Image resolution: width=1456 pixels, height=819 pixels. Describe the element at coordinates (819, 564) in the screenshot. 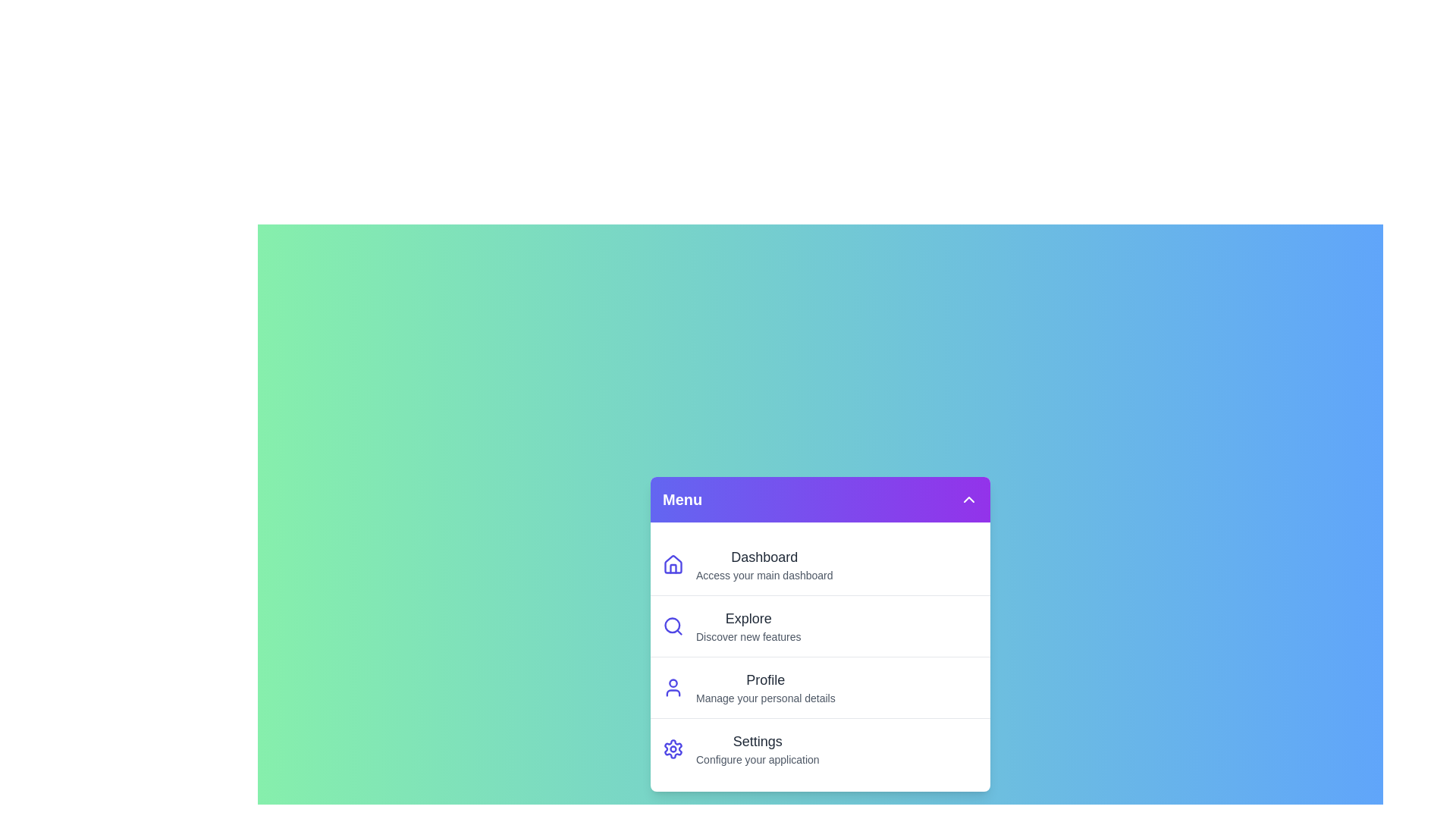

I see `the menu item Dashboard from the menu` at that location.